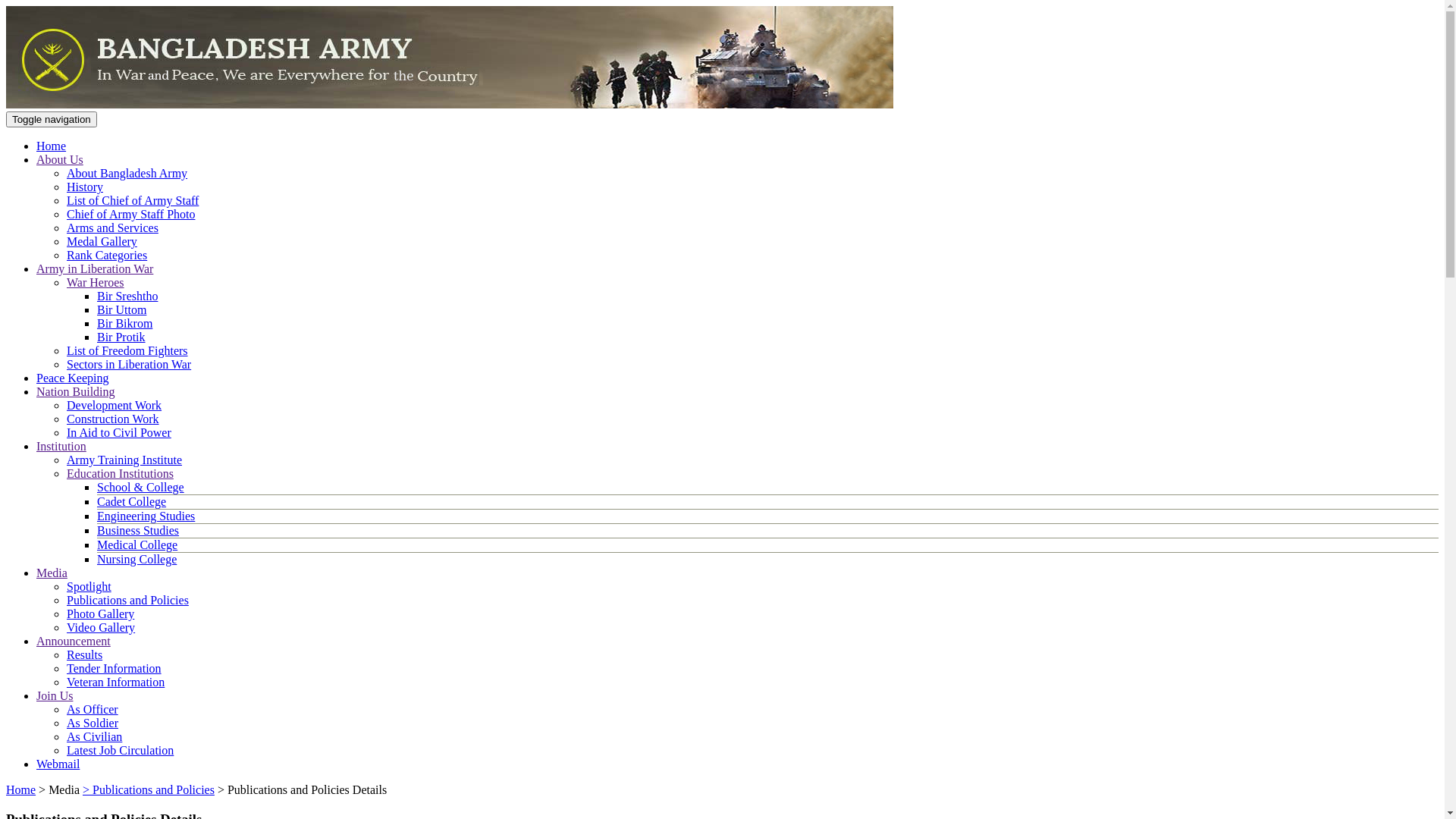 The width and height of the screenshot is (1456, 819). I want to click on 'About Us', so click(59, 159).